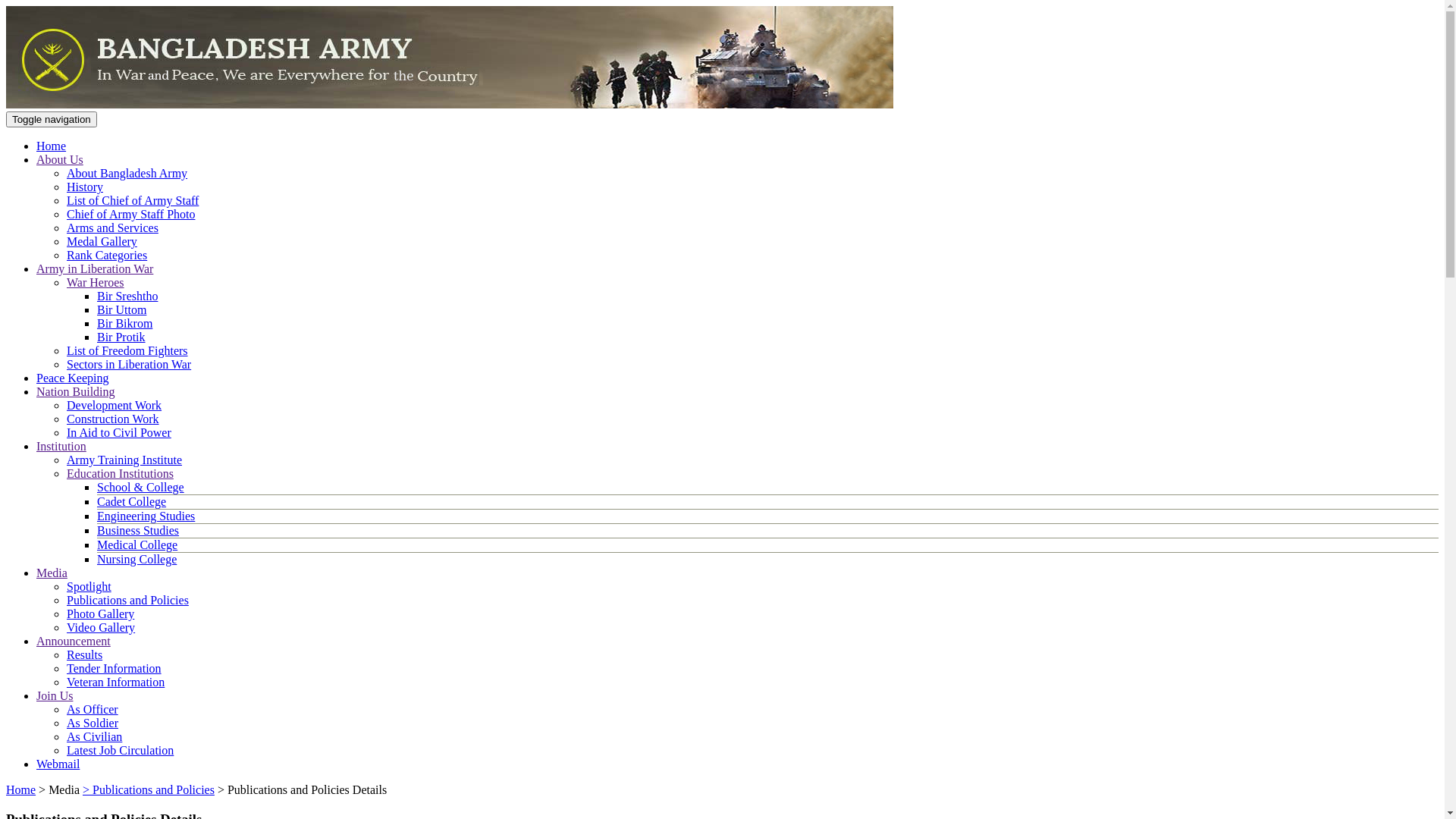 The width and height of the screenshot is (1456, 819). I want to click on 'About Us', so click(59, 159).